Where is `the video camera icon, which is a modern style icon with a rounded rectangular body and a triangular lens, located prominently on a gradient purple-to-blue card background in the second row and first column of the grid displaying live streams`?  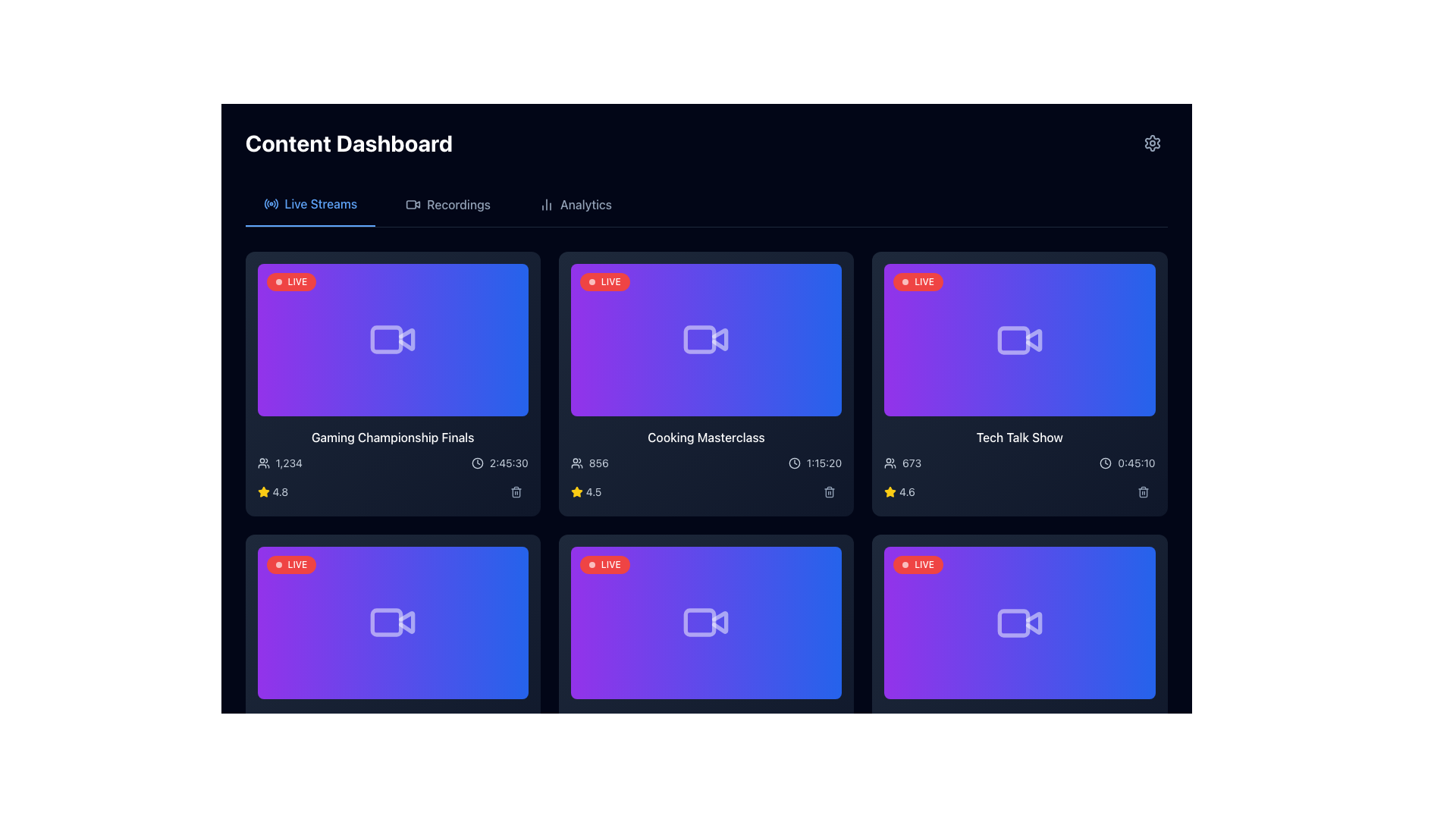 the video camera icon, which is a modern style icon with a rounded rectangular body and a triangular lens, located prominently on a gradient purple-to-blue card background in the second row and first column of the grid displaying live streams is located at coordinates (393, 623).